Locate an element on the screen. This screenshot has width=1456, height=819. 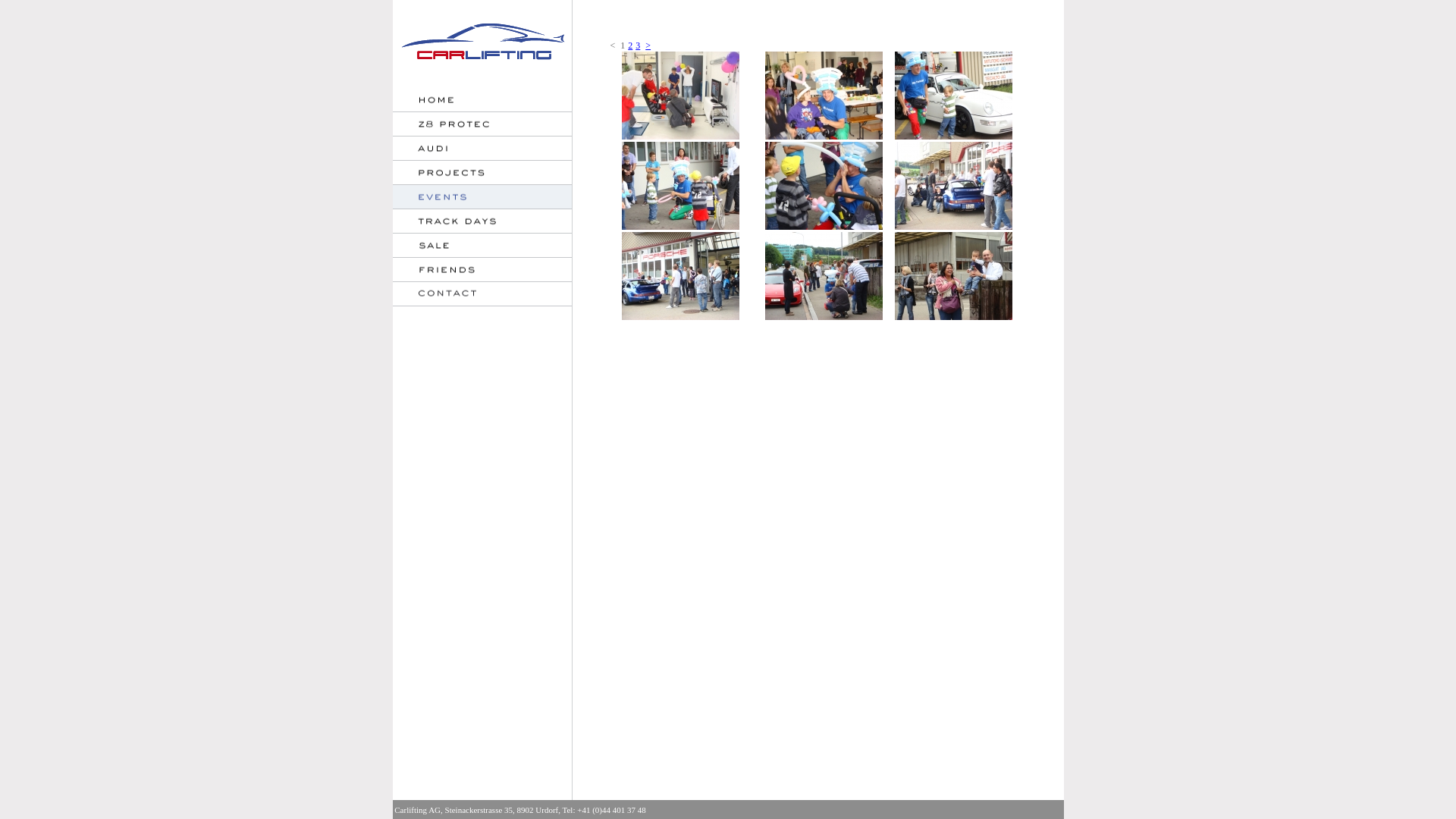
'3' is located at coordinates (637, 45).